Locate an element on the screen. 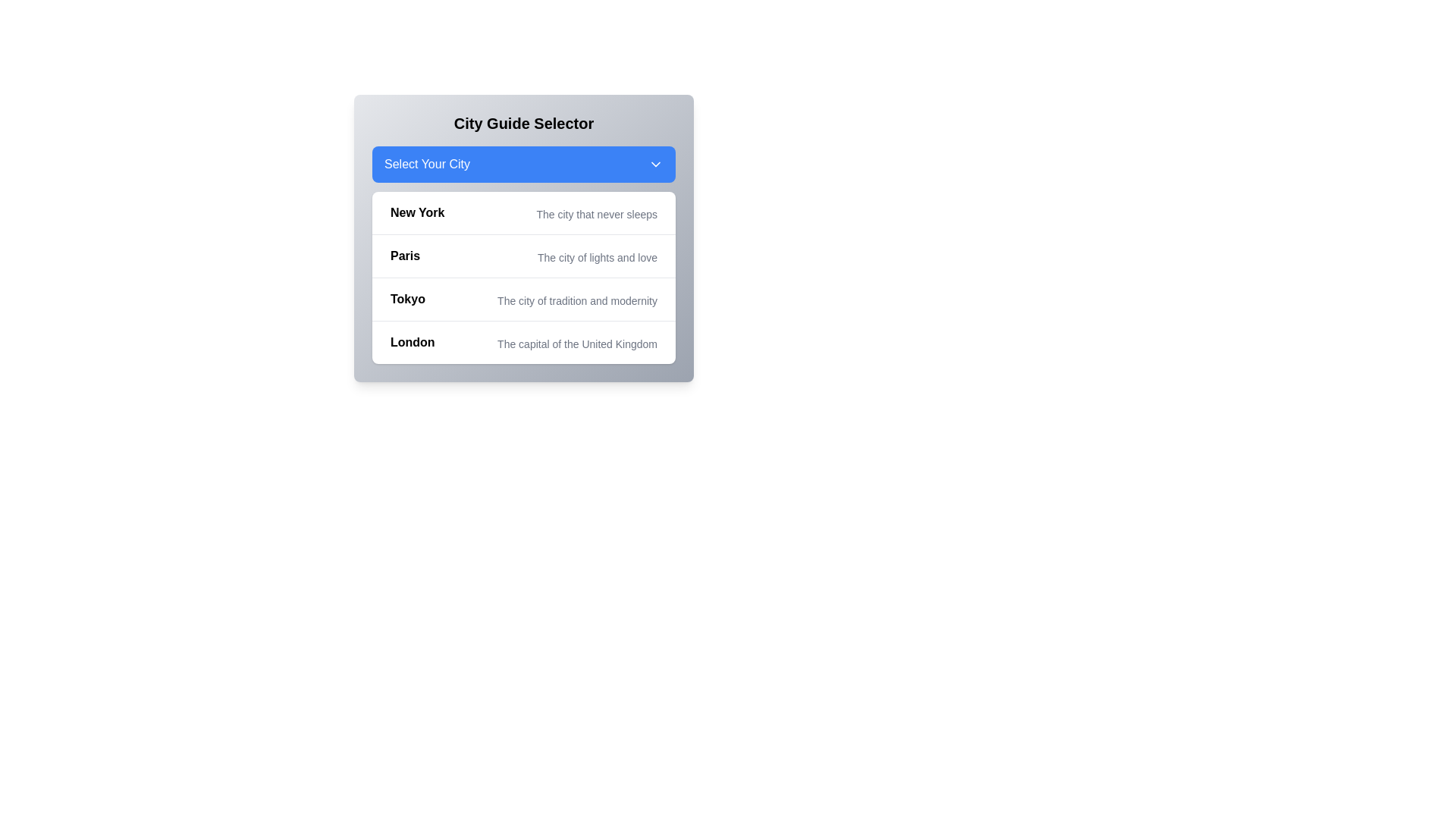  the static text label providing additional descriptive text about the city of Paris, located directly beneath the text 'Paris' in the second row of the city list is located at coordinates (596, 256).